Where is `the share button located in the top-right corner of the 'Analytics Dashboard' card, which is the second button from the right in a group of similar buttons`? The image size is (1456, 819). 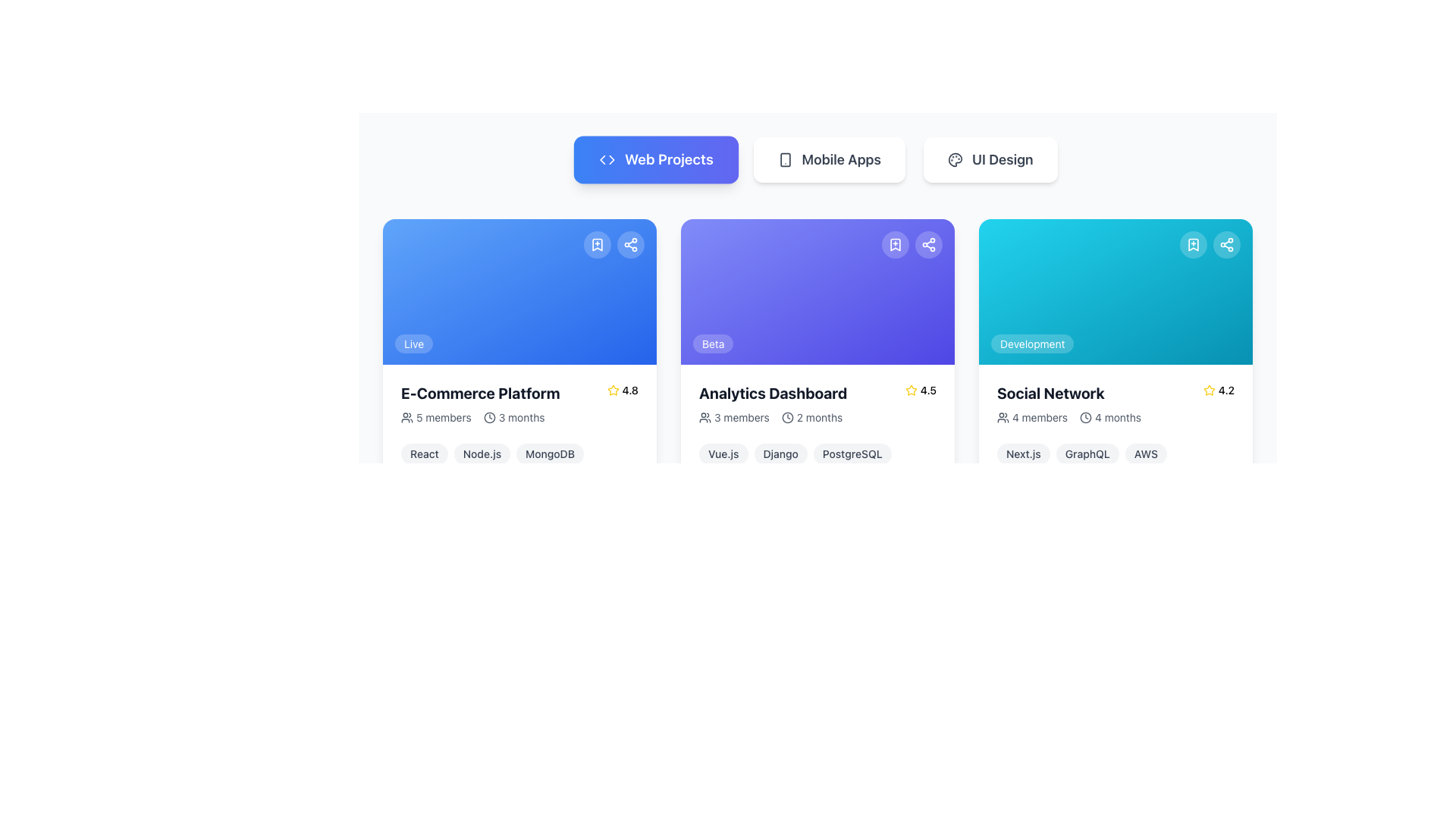
the share button located in the top-right corner of the 'Analytics Dashboard' card, which is the second button from the right in a group of similar buttons is located at coordinates (927, 244).